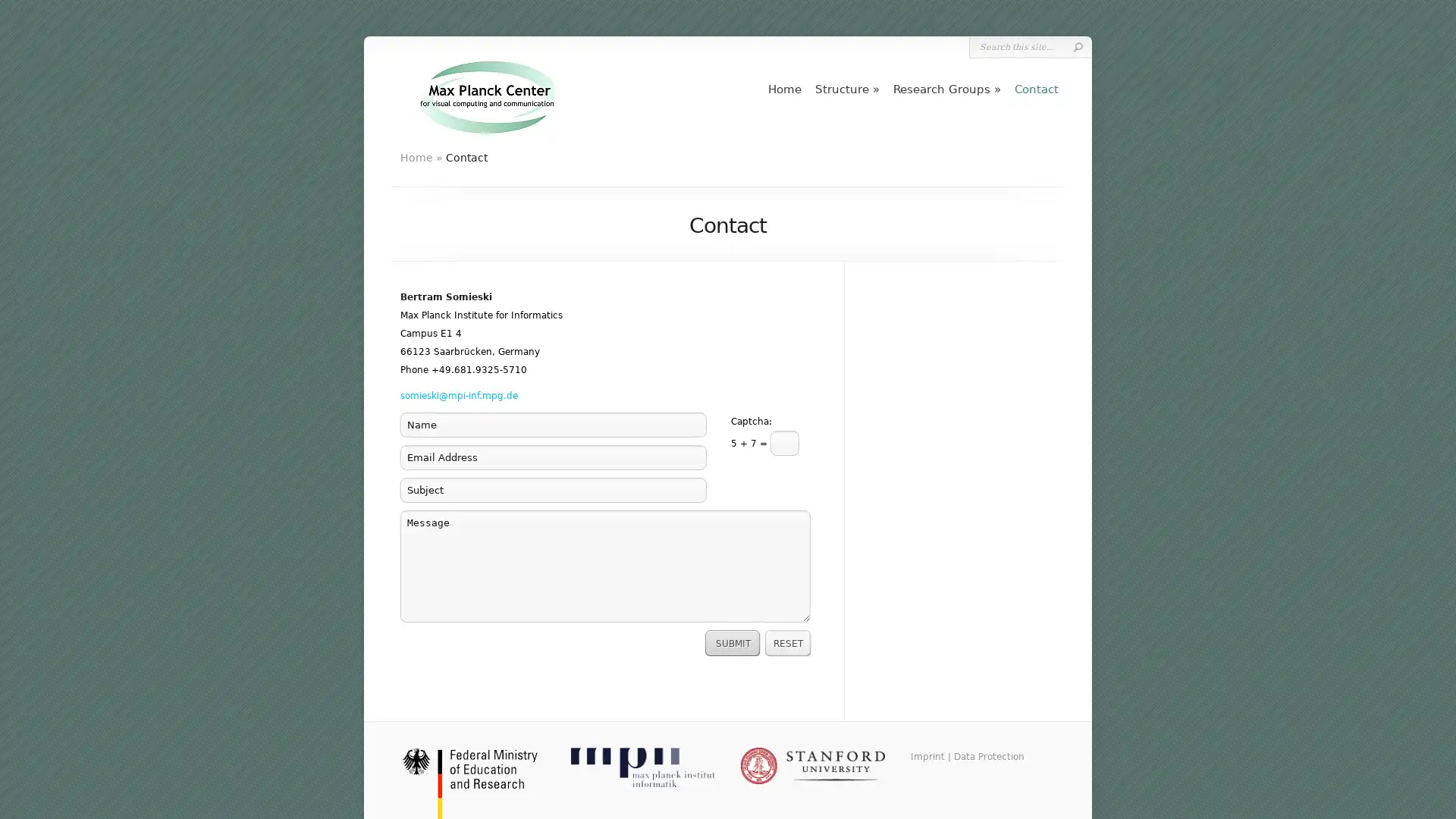  I want to click on Submit, so click(1077, 46).